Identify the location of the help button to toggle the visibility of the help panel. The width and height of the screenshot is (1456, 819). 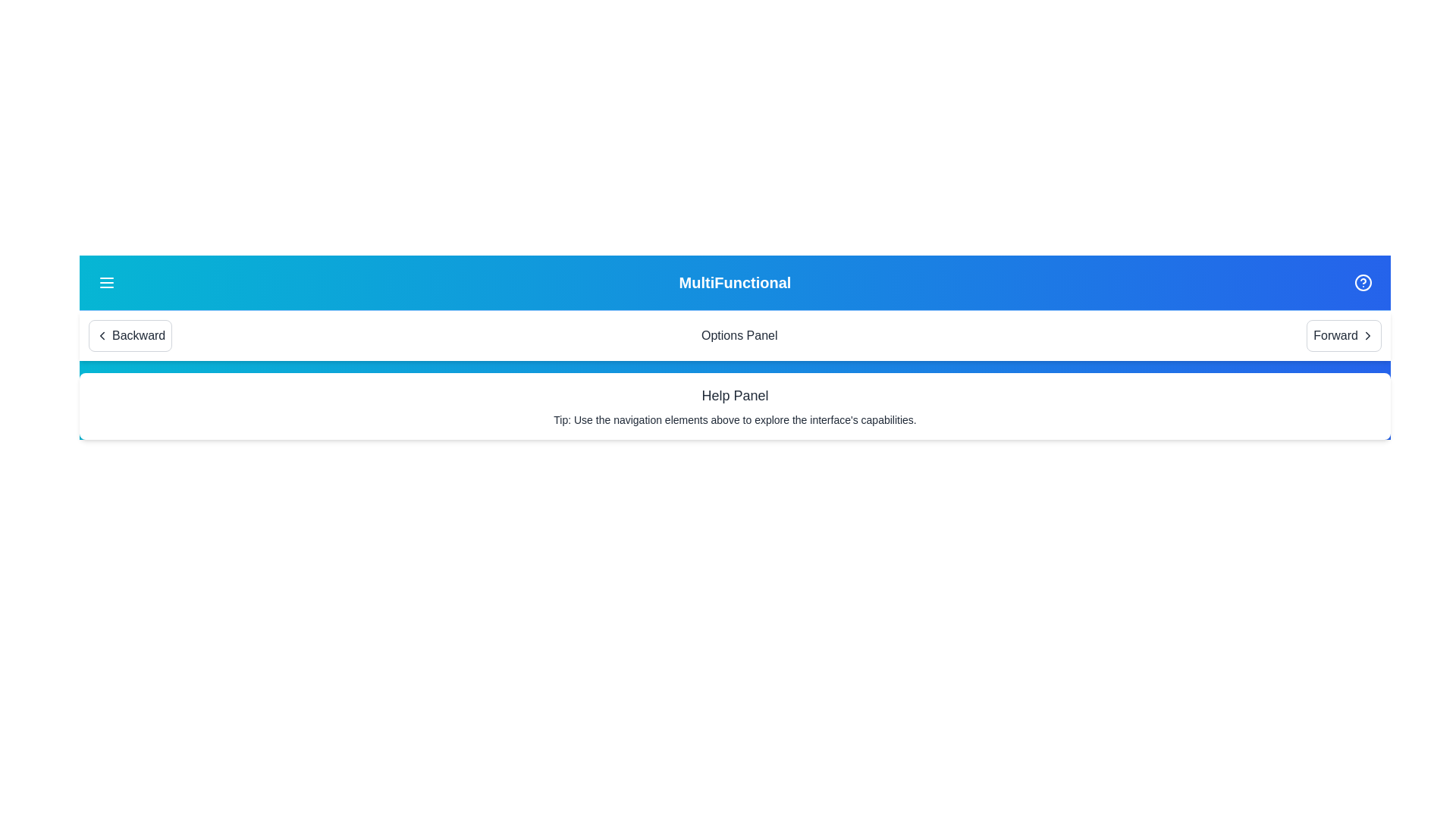
(1363, 283).